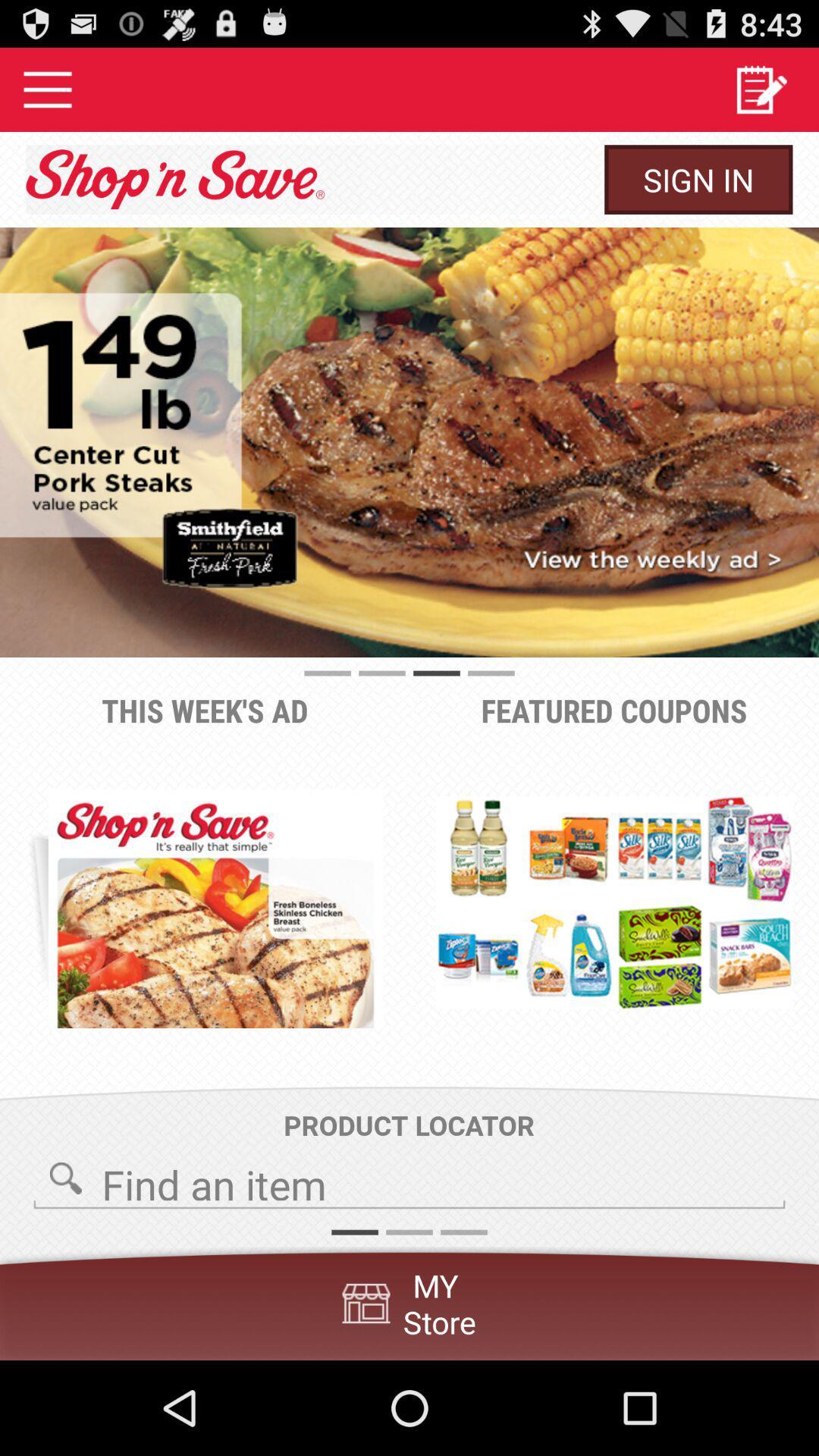 This screenshot has width=819, height=1456. I want to click on search function, so click(409, 1179).